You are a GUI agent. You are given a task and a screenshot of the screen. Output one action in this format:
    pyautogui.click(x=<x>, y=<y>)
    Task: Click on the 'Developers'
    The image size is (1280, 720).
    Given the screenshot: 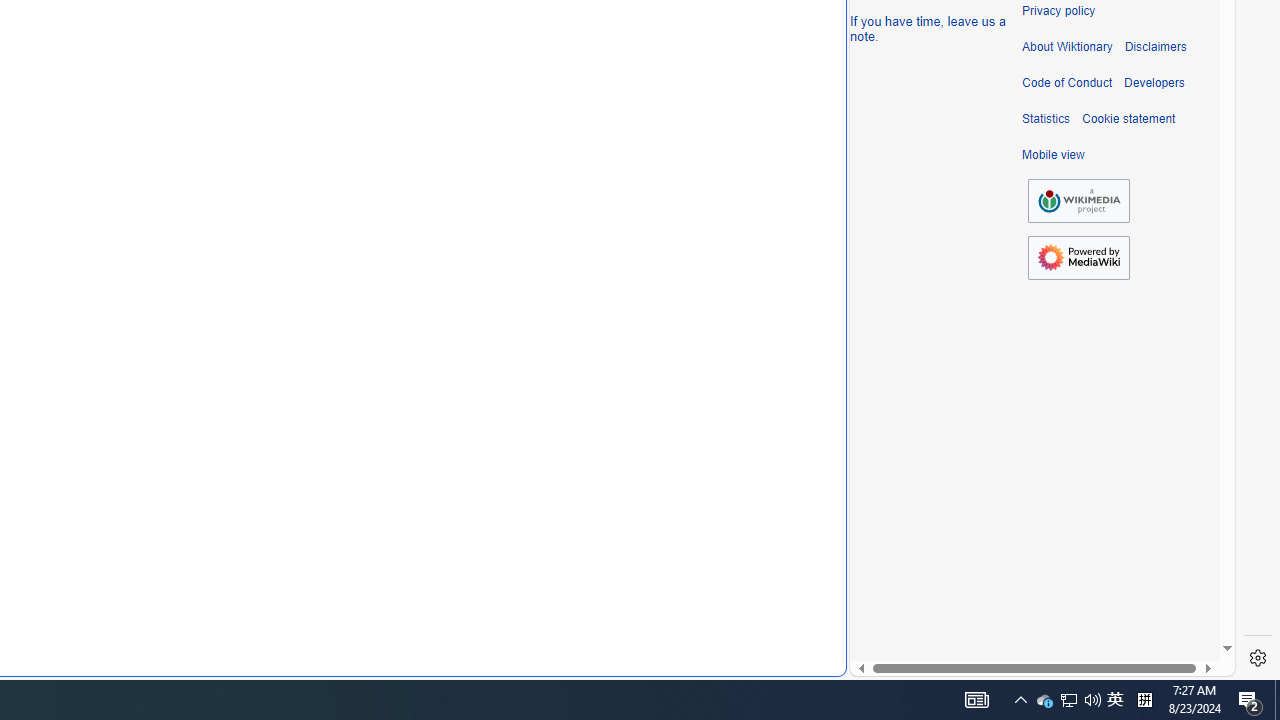 What is the action you would take?
    pyautogui.click(x=1154, y=82)
    